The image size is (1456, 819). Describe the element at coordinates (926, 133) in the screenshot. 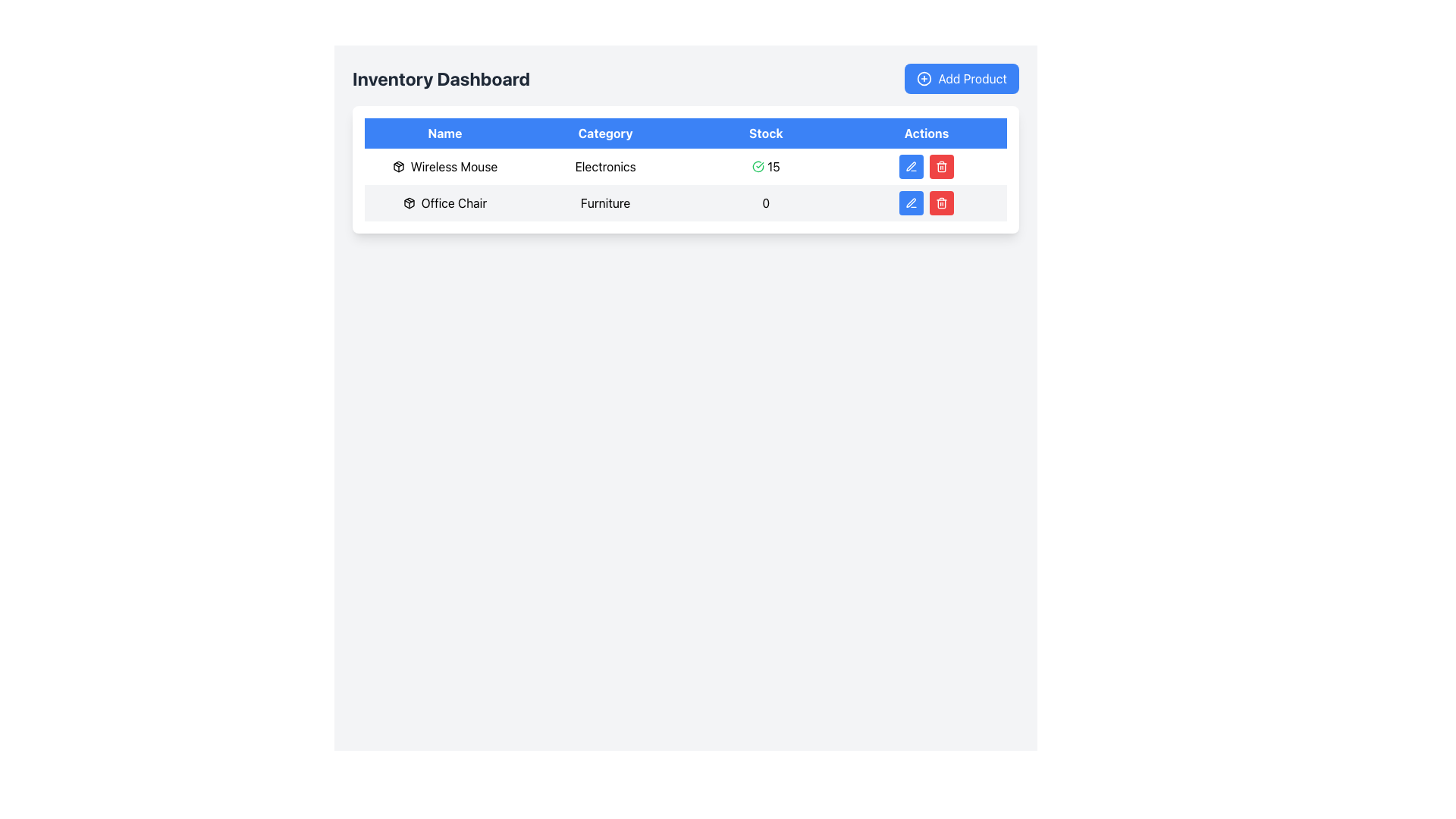

I see `the 'Actions' text label button, which is a rectangular component with a blue background and white text, located in the fourth column of the toolbar` at that location.